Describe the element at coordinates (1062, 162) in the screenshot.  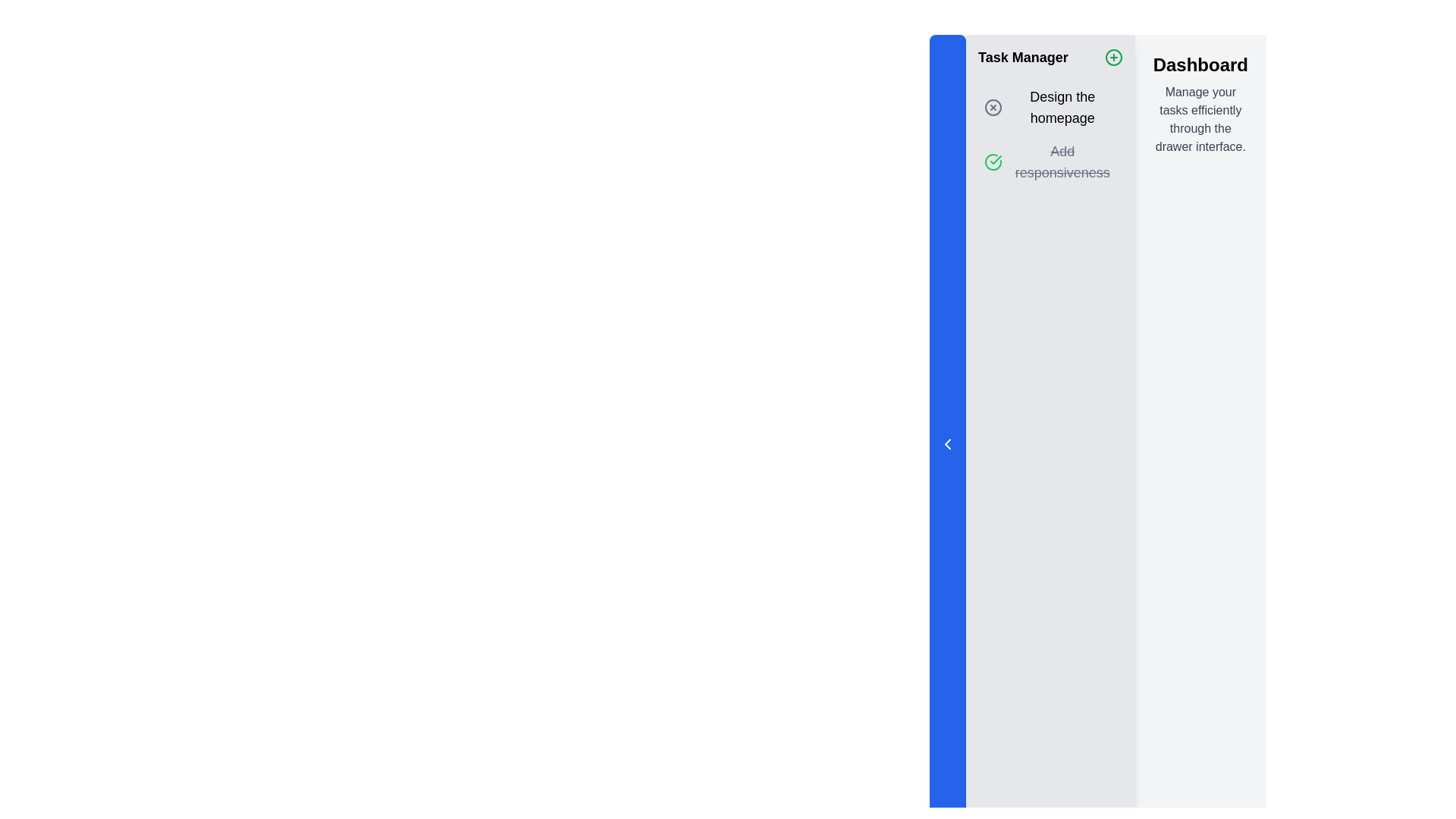
I see `the strikethrough text label displaying 'Add responsiveness' located under the 'Task Manager' section` at that location.